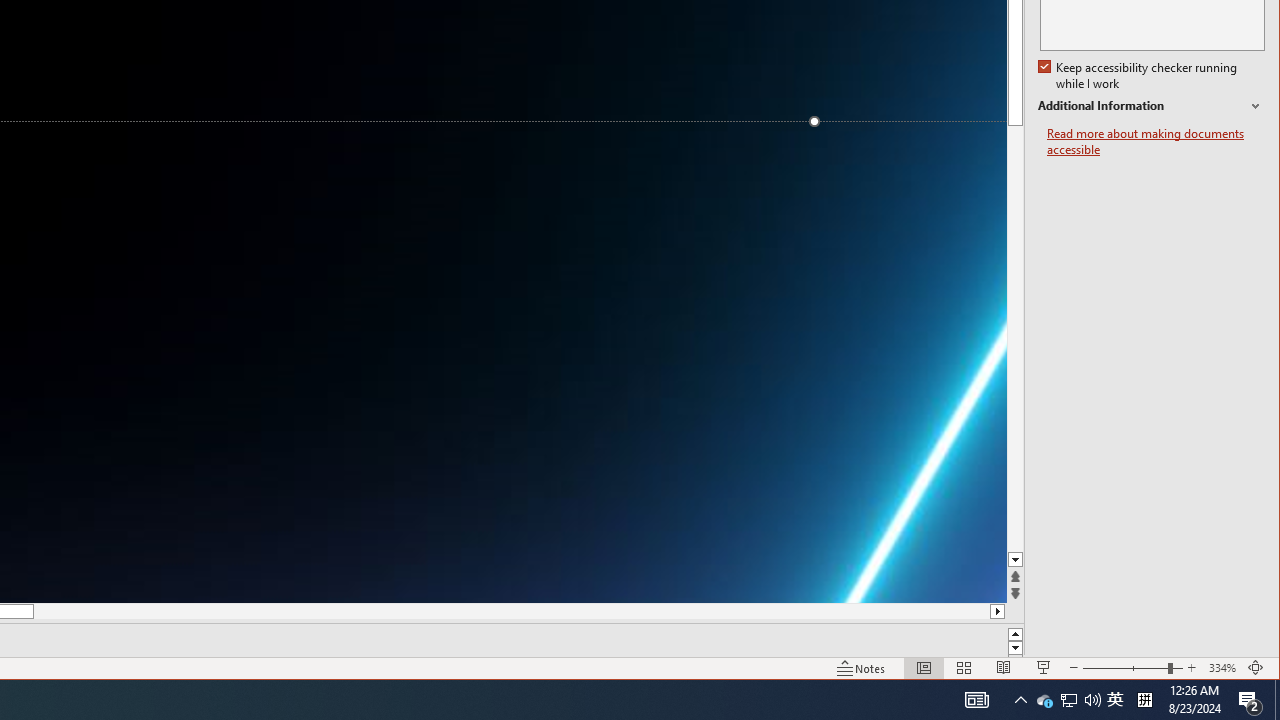 This screenshot has height=720, width=1280. Describe the element at coordinates (1221, 668) in the screenshot. I see `'Zoom 334%'` at that location.